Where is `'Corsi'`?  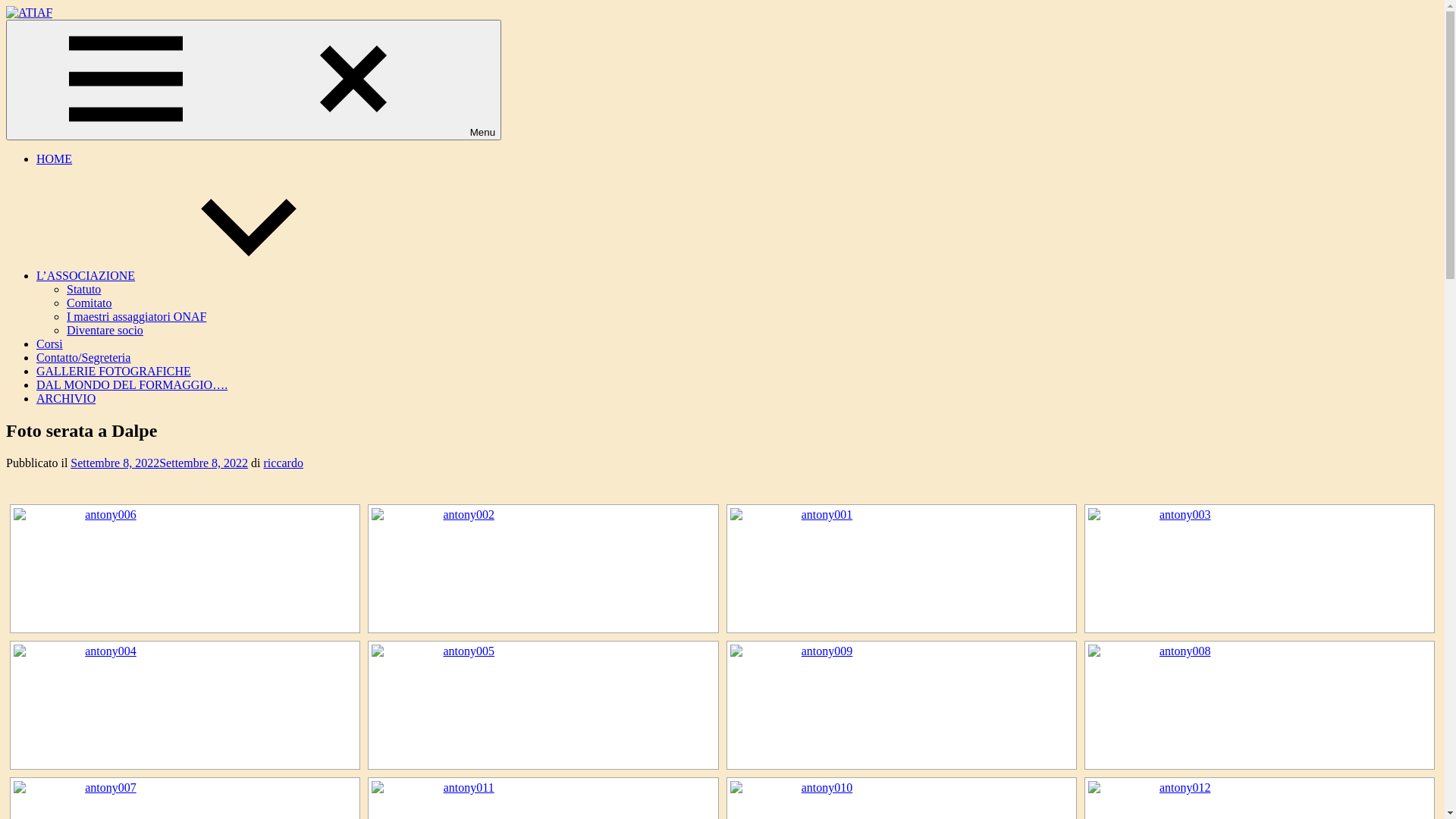 'Corsi' is located at coordinates (36, 344).